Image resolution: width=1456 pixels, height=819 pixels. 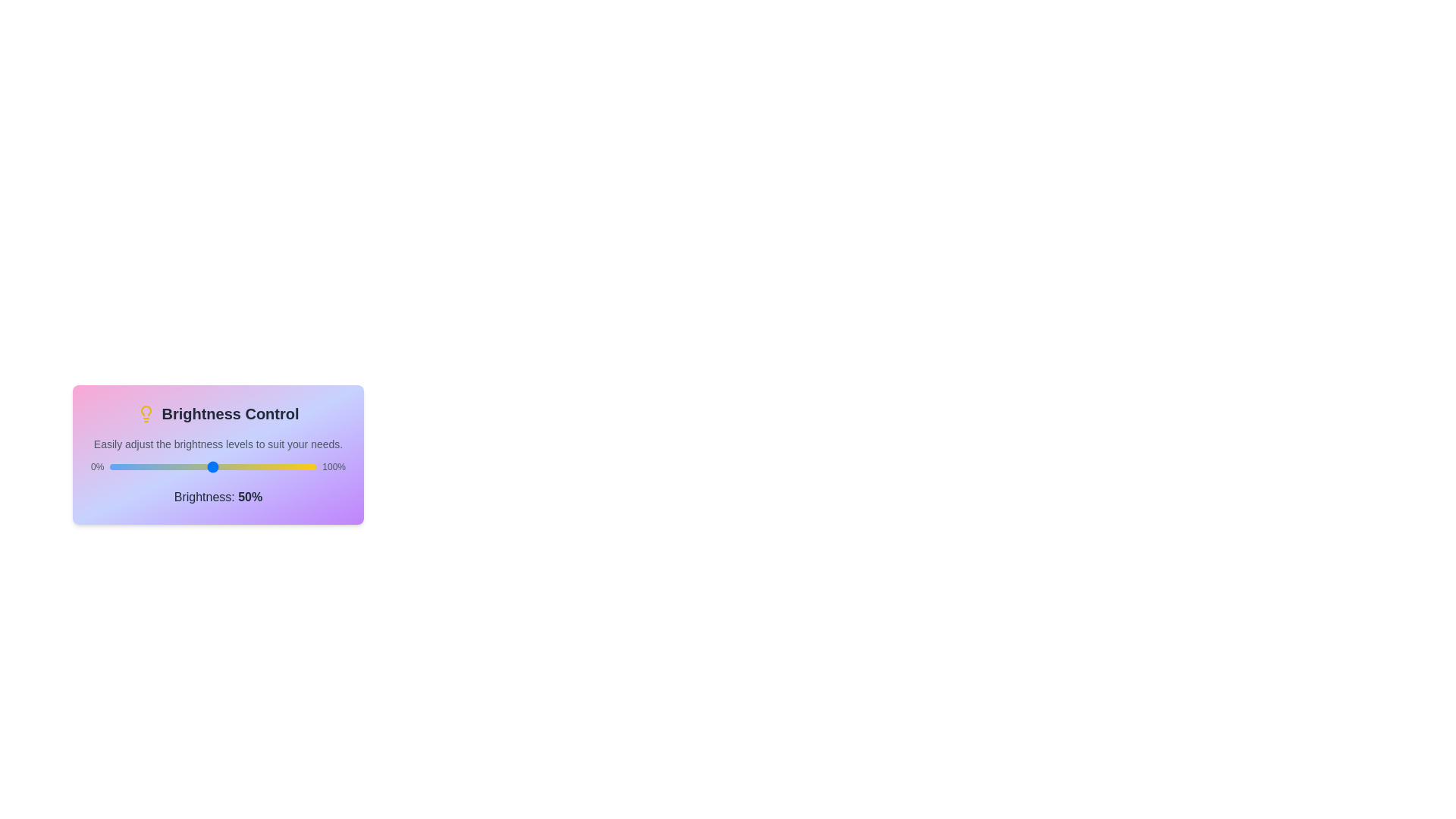 What do you see at coordinates (275, 466) in the screenshot?
I see `the brightness to 80% by moving the slider` at bounding box center [275, 466].